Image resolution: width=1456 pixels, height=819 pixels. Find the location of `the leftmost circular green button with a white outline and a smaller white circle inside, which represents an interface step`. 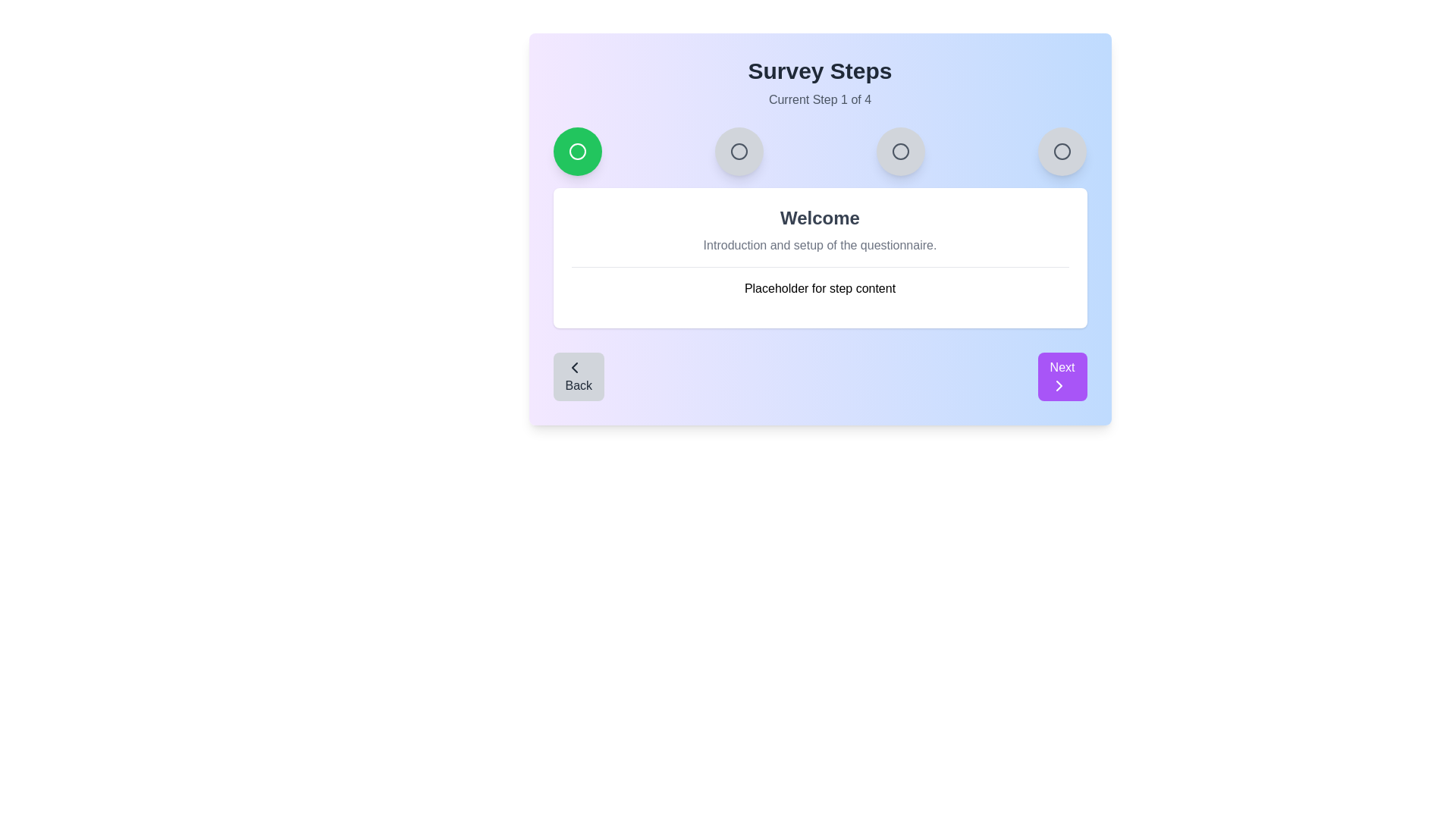

the leftmost circular green button with a white outline and a smaller white circle inside, which represents an interface step is located at coordinates (576, 152).